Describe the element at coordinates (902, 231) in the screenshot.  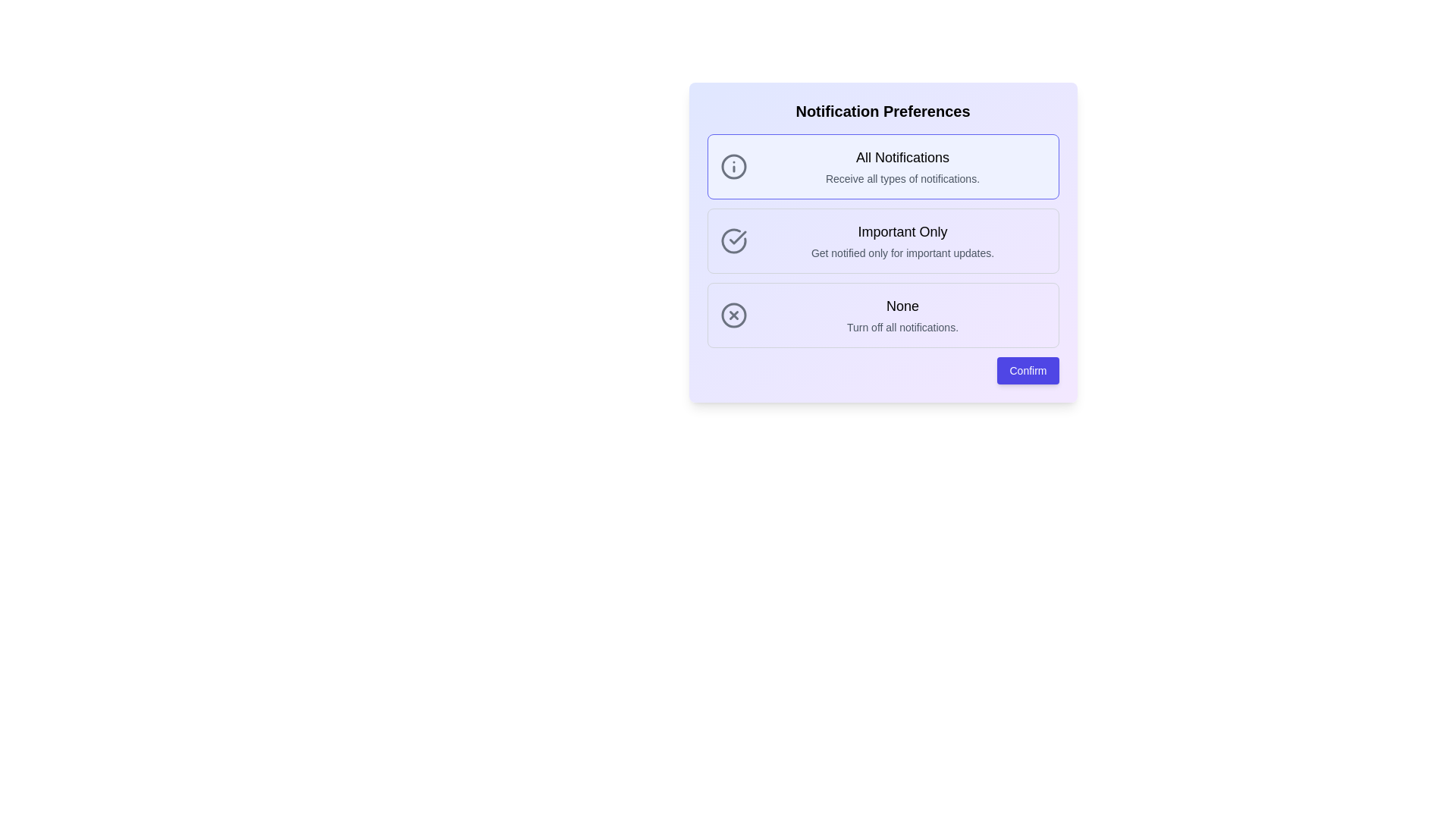
I see `the bold text label 'Important Only', which is prominently displayed above the description 'Get notified only for important updates' in the notification preferences section` at that location.